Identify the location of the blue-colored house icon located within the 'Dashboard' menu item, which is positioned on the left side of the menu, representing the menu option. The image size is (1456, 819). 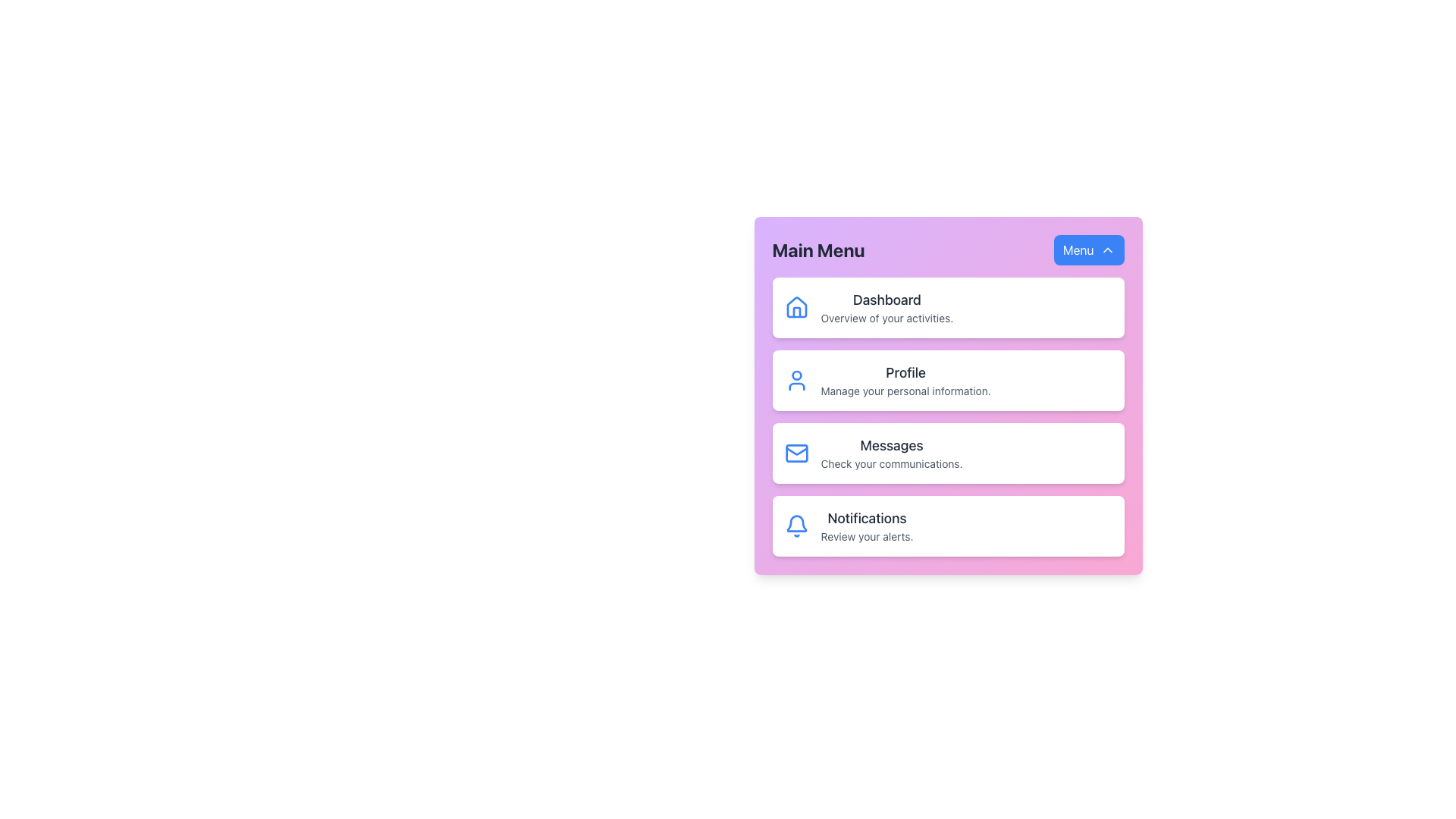
(795, 307).